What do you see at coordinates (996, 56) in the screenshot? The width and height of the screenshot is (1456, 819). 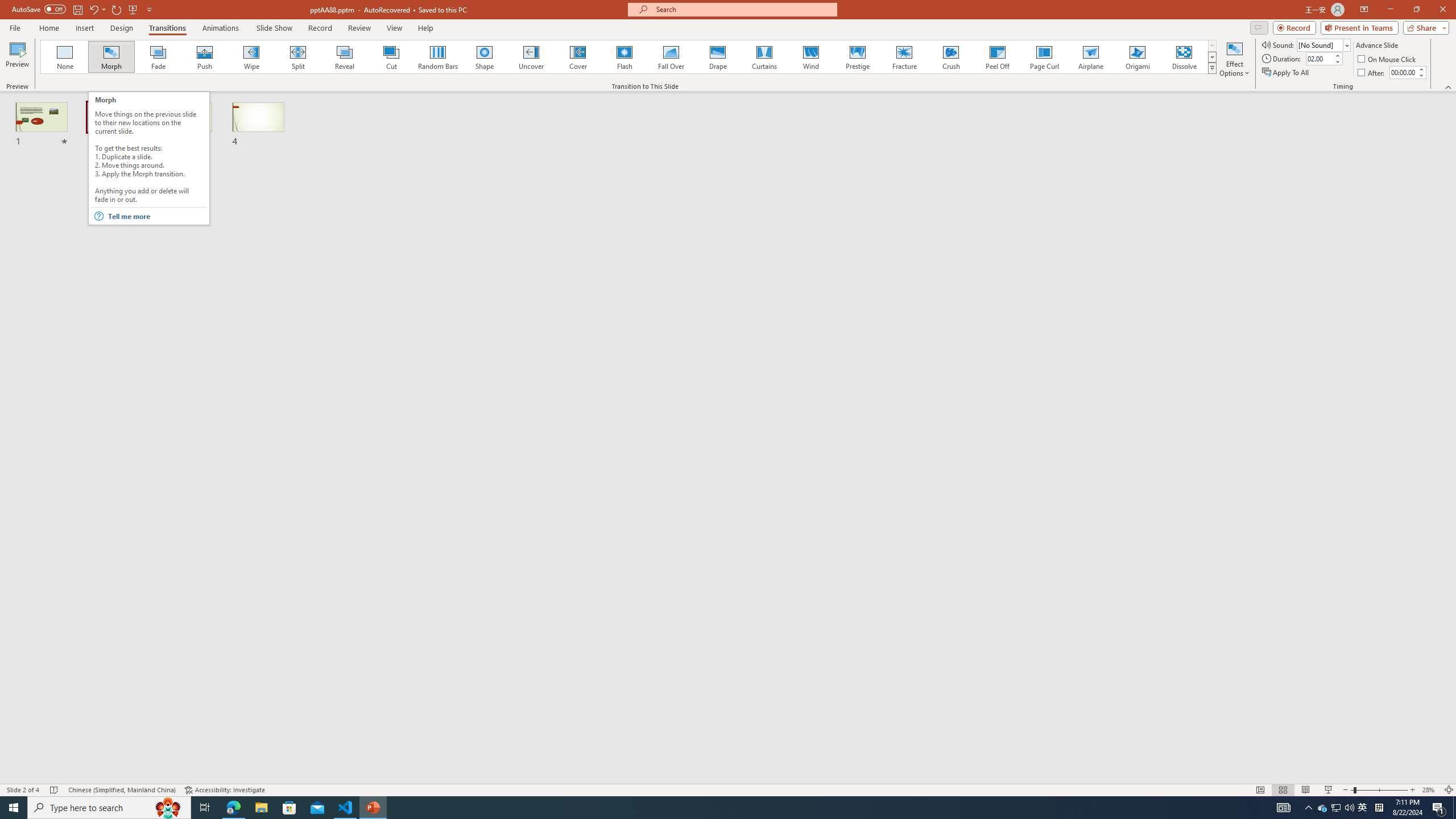 I see `'Peel Off'` at bounding box center [996, 56].